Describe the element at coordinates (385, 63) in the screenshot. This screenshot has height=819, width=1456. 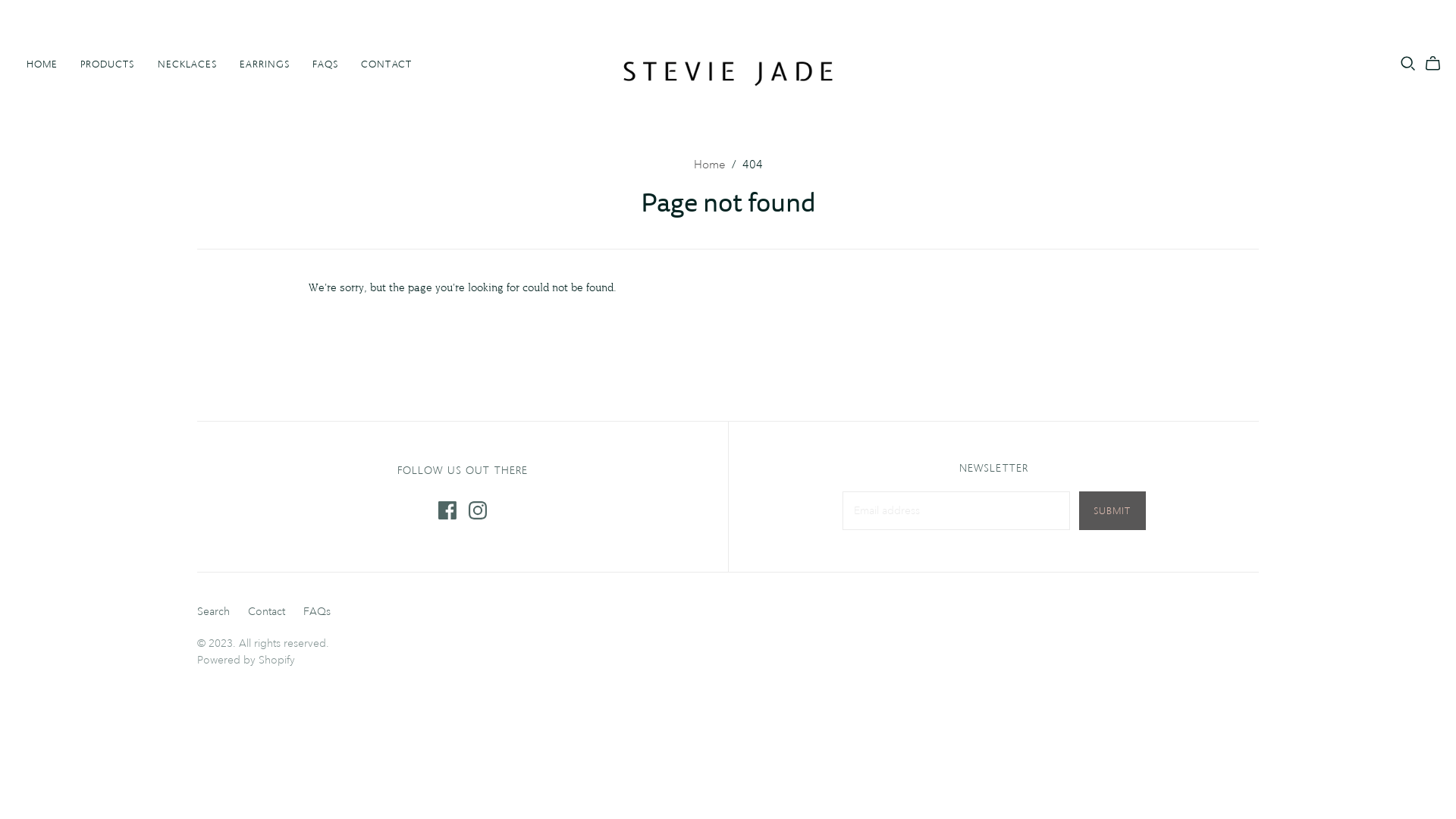
I see `'CONTACT'` at that location.